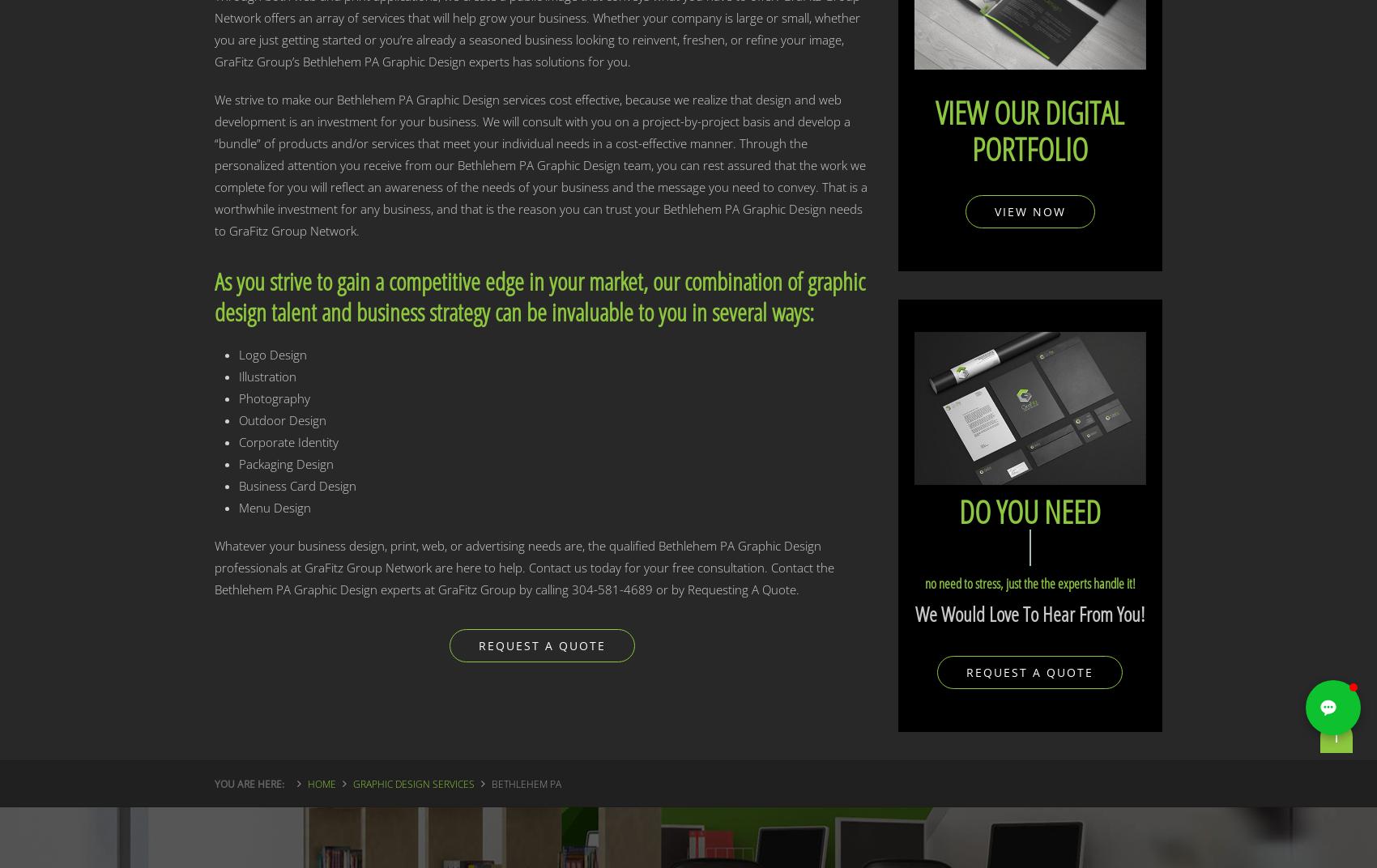  I want to click on 'VIEW OUR DIGITAL PORTFOLIO', so click(1029, 129).